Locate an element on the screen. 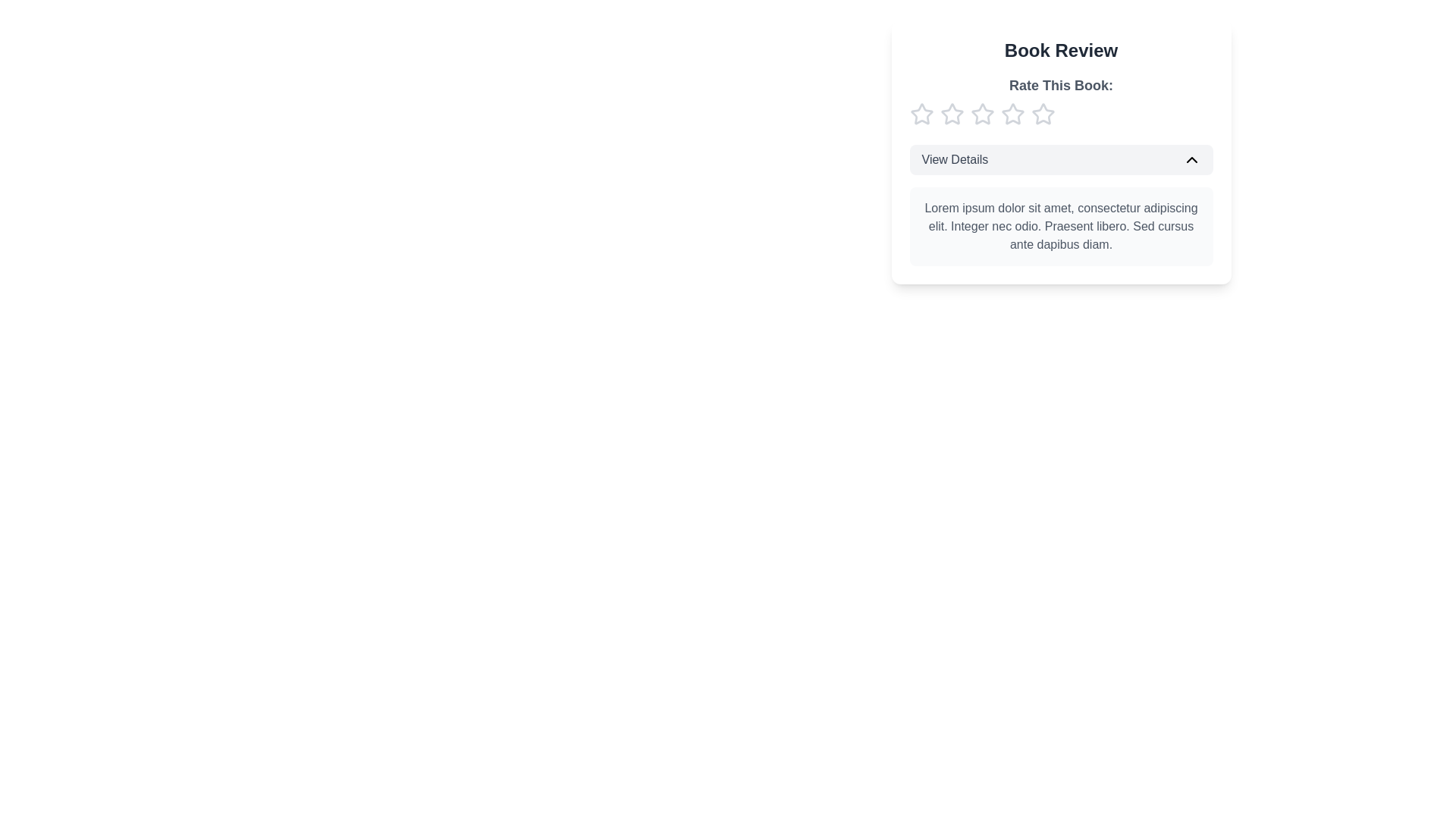 This screenshot has width=1456, height=819. the third star in the interactive star rating icon is located at coordinates (982, 113).